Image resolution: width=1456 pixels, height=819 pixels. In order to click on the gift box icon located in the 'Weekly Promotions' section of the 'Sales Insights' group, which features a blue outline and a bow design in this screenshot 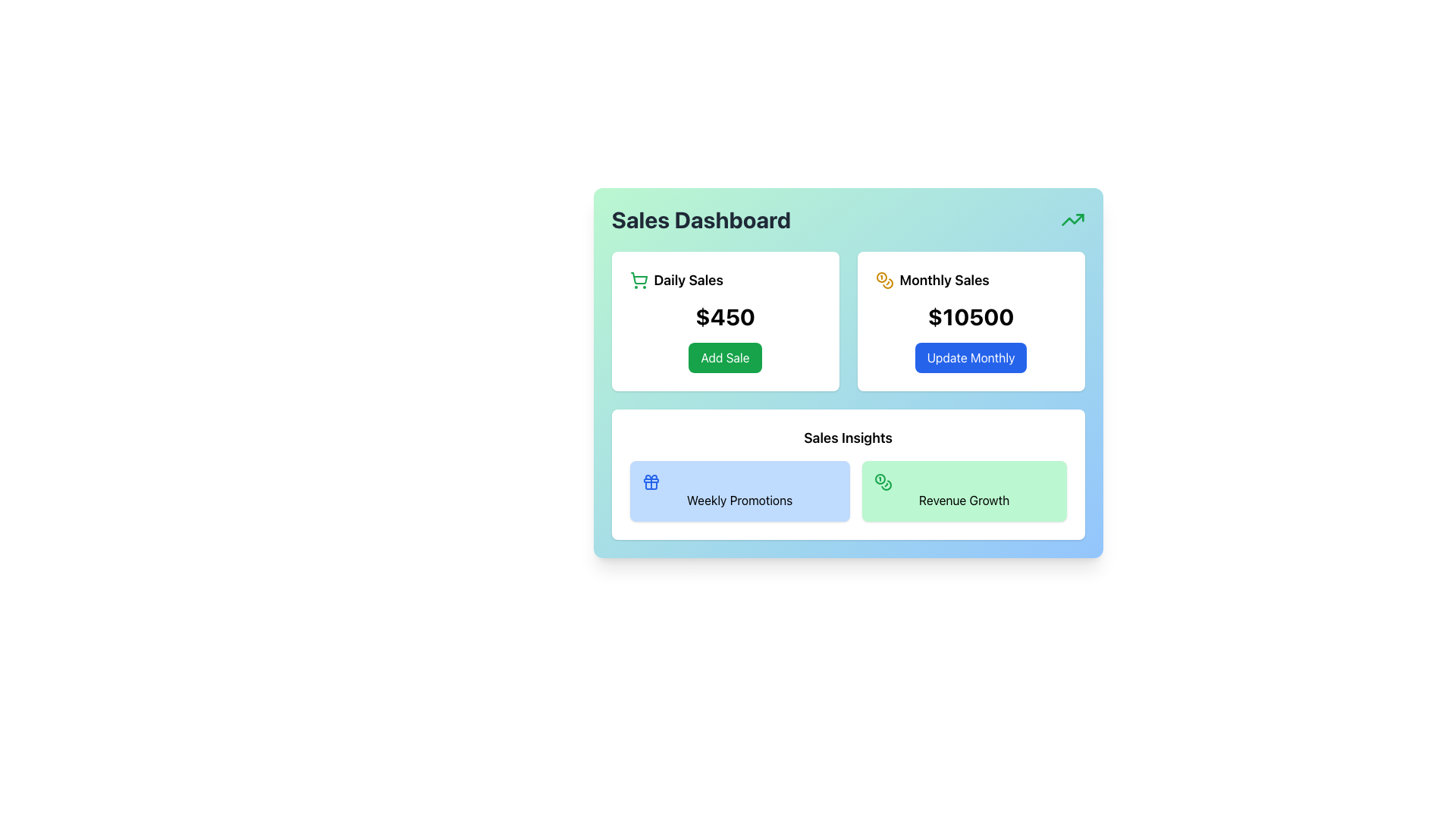, I will do `click(651, 482)`.